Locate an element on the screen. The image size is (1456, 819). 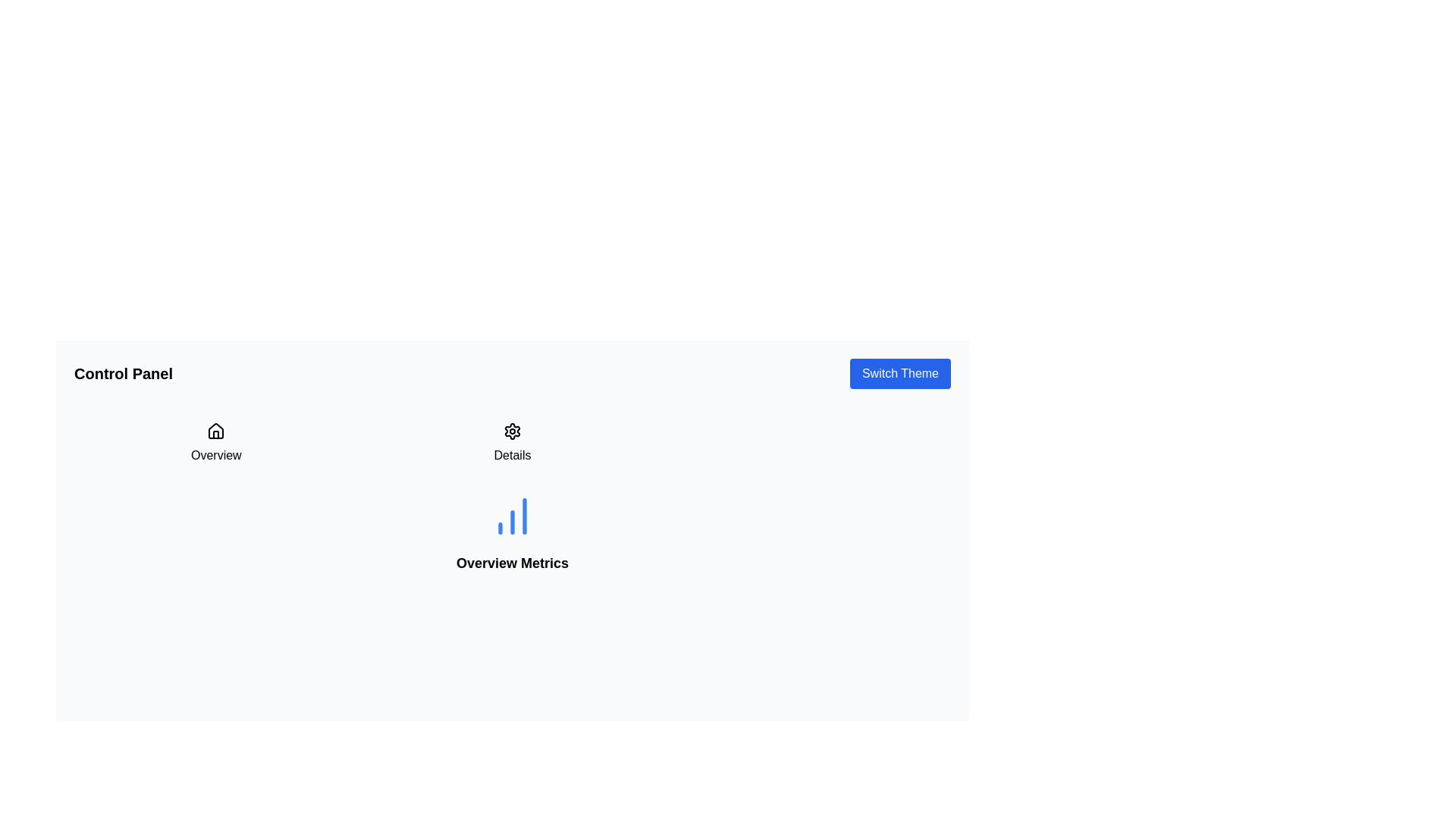
the prominent graphical icon representing the metrics overview, positioned directly above the text 'Overview Metrics' is located at coordinates (513, 516).